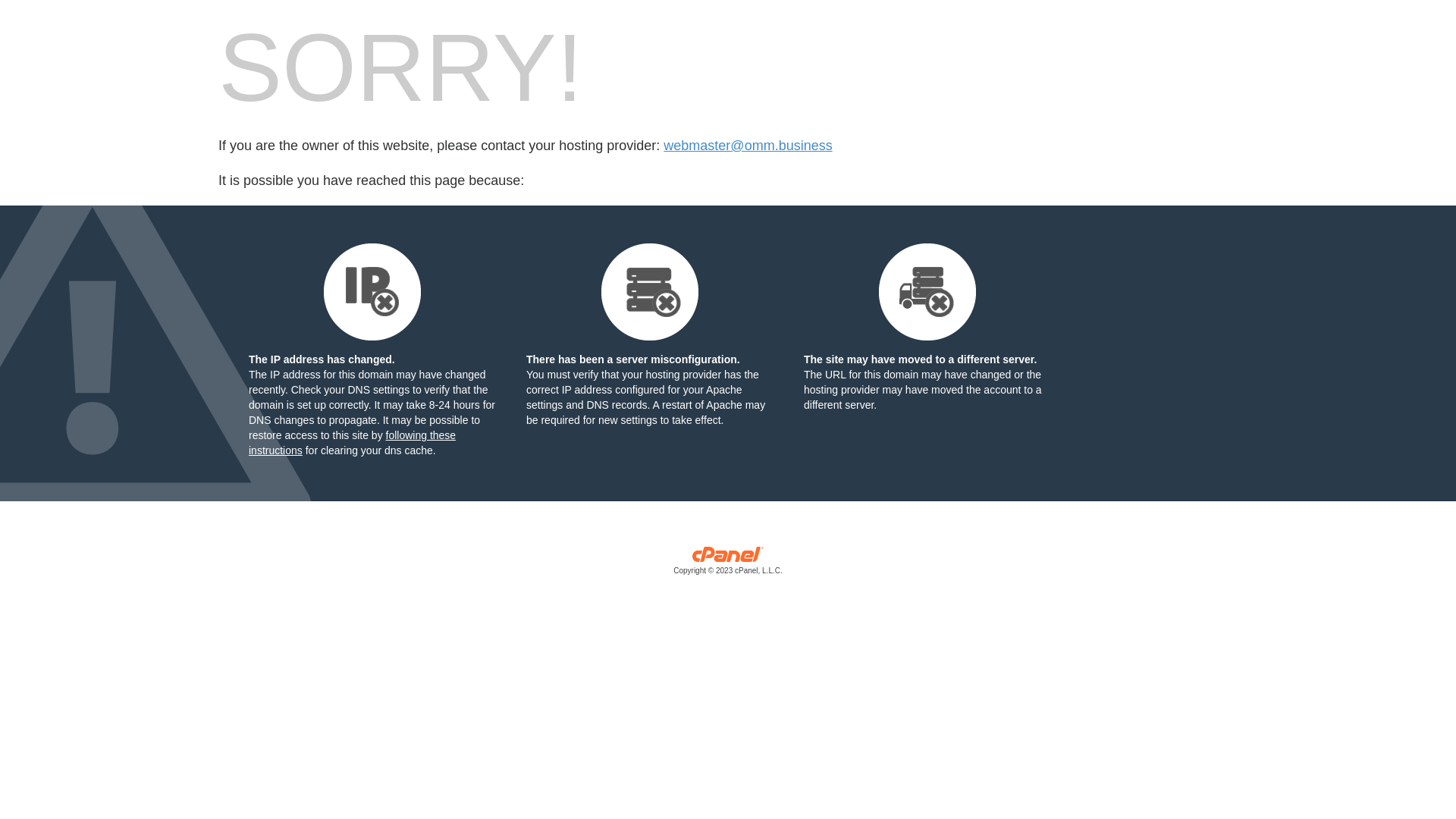  Describe the element at coordinates (747, 146) in the screenshot. I see `'webmaster@omm.business'` at that location.